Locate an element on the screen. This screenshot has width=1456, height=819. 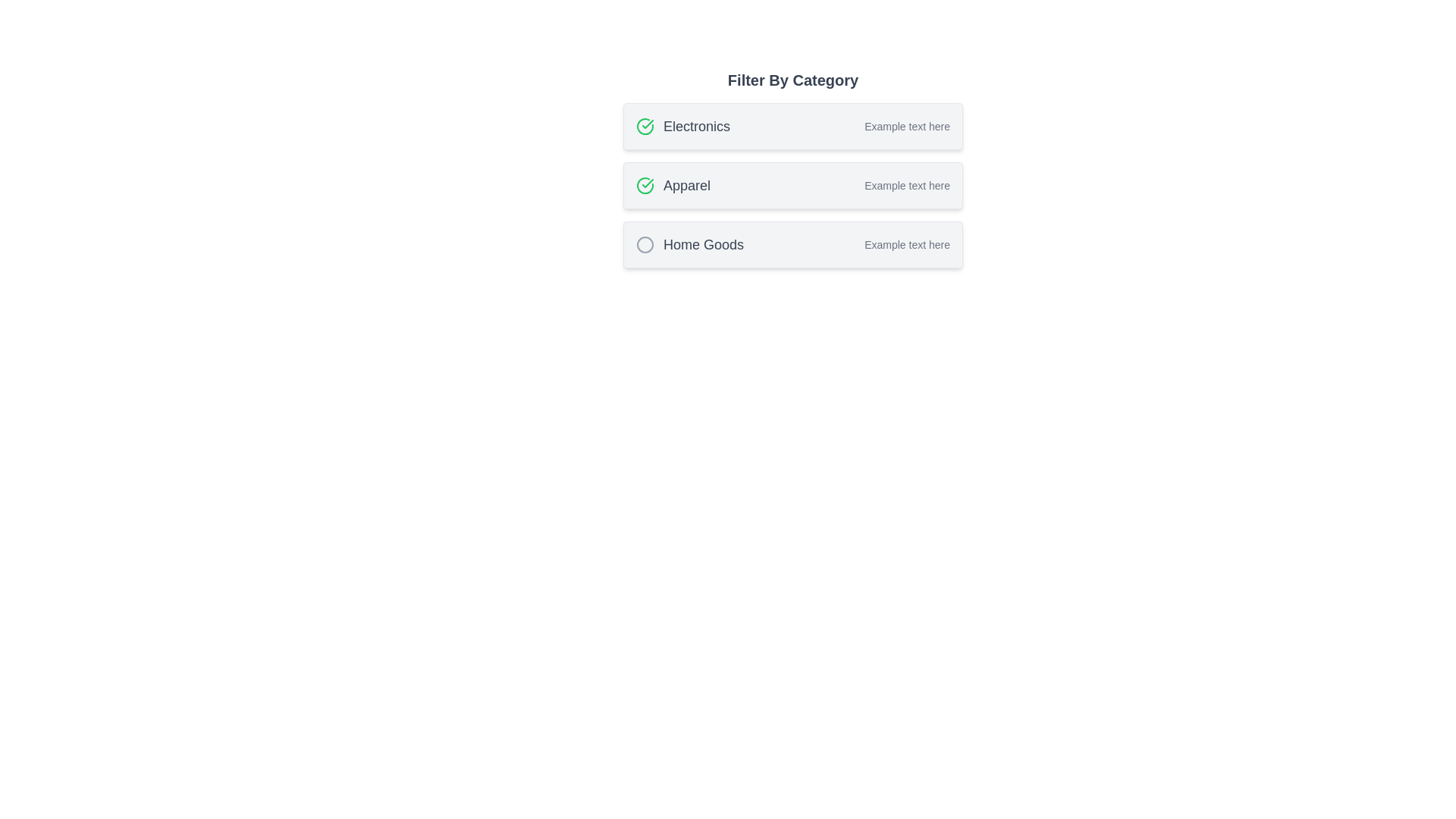
the text label that provides supplementary information for the 'Home Goods' category in the filtering list, located at the bottommost item of the category list is located at coordinates (907, 244).